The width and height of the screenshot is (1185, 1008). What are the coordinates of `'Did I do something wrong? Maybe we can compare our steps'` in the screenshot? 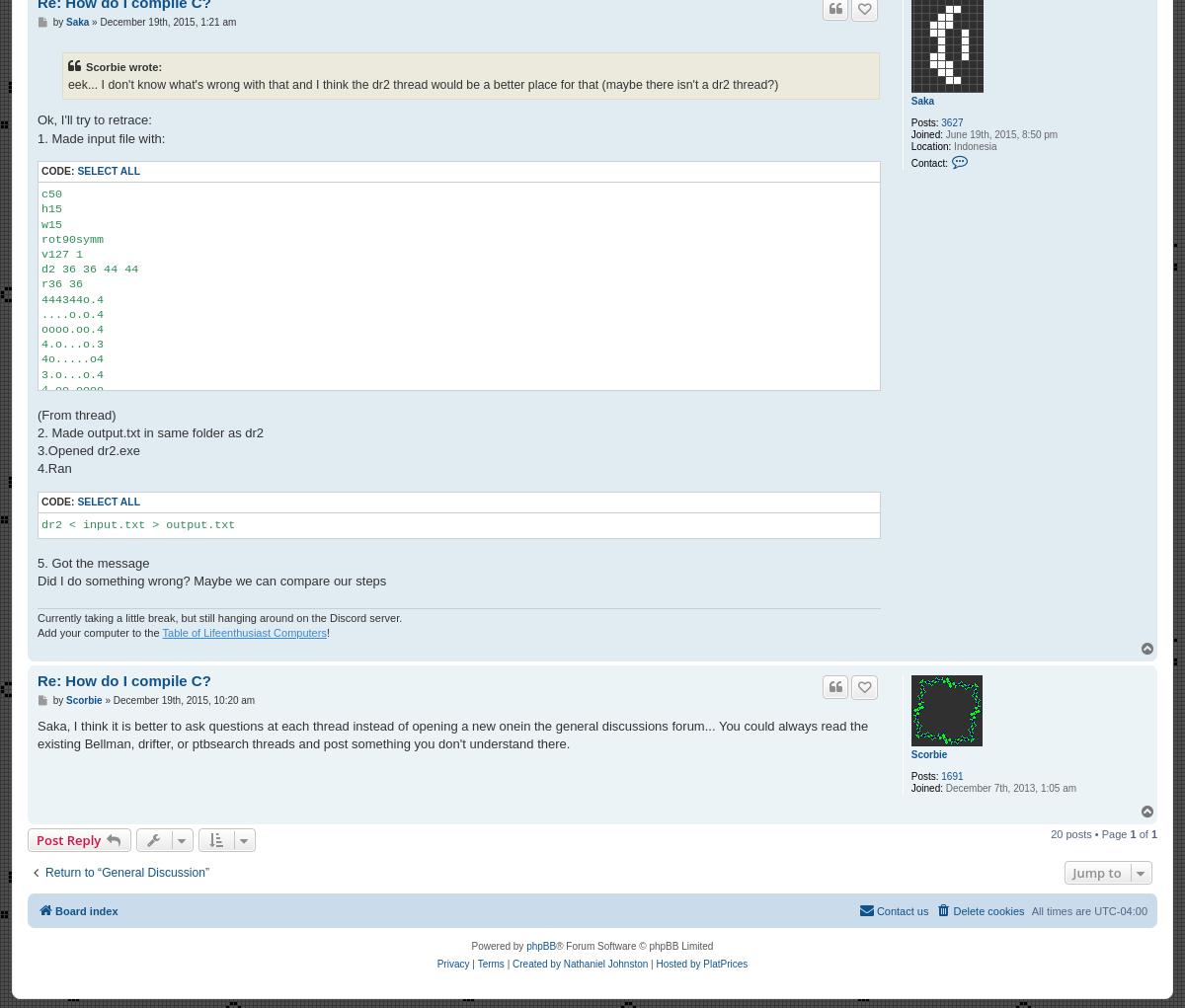 It's located at (210, 580).